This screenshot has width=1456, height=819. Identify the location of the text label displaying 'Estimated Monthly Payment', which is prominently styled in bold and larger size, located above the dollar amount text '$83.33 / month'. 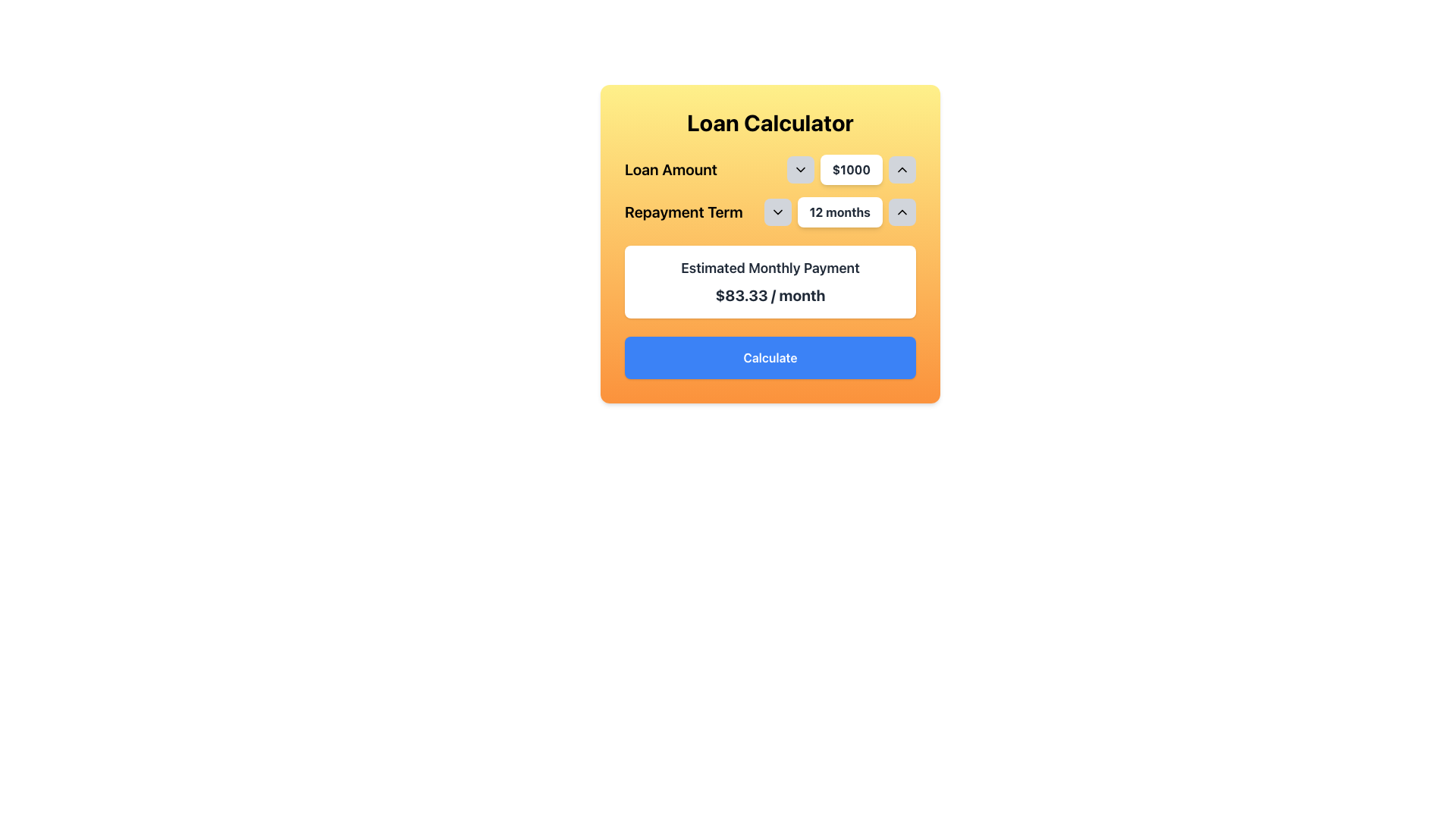
(770, 268).